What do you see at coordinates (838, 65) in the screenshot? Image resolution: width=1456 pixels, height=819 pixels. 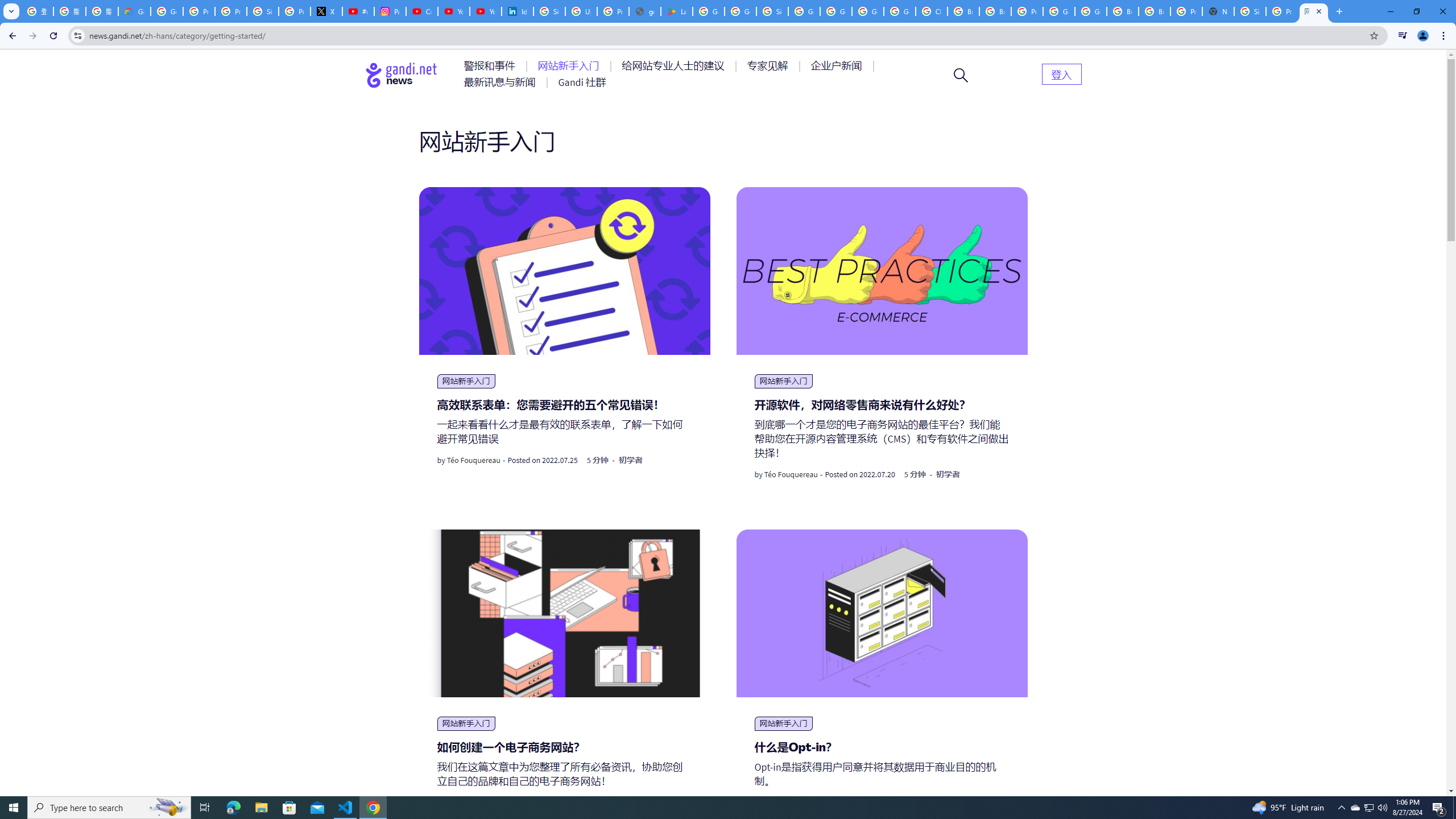 I see `'AutomationID: menu-item-77765'` at bounding box center [838, 65].